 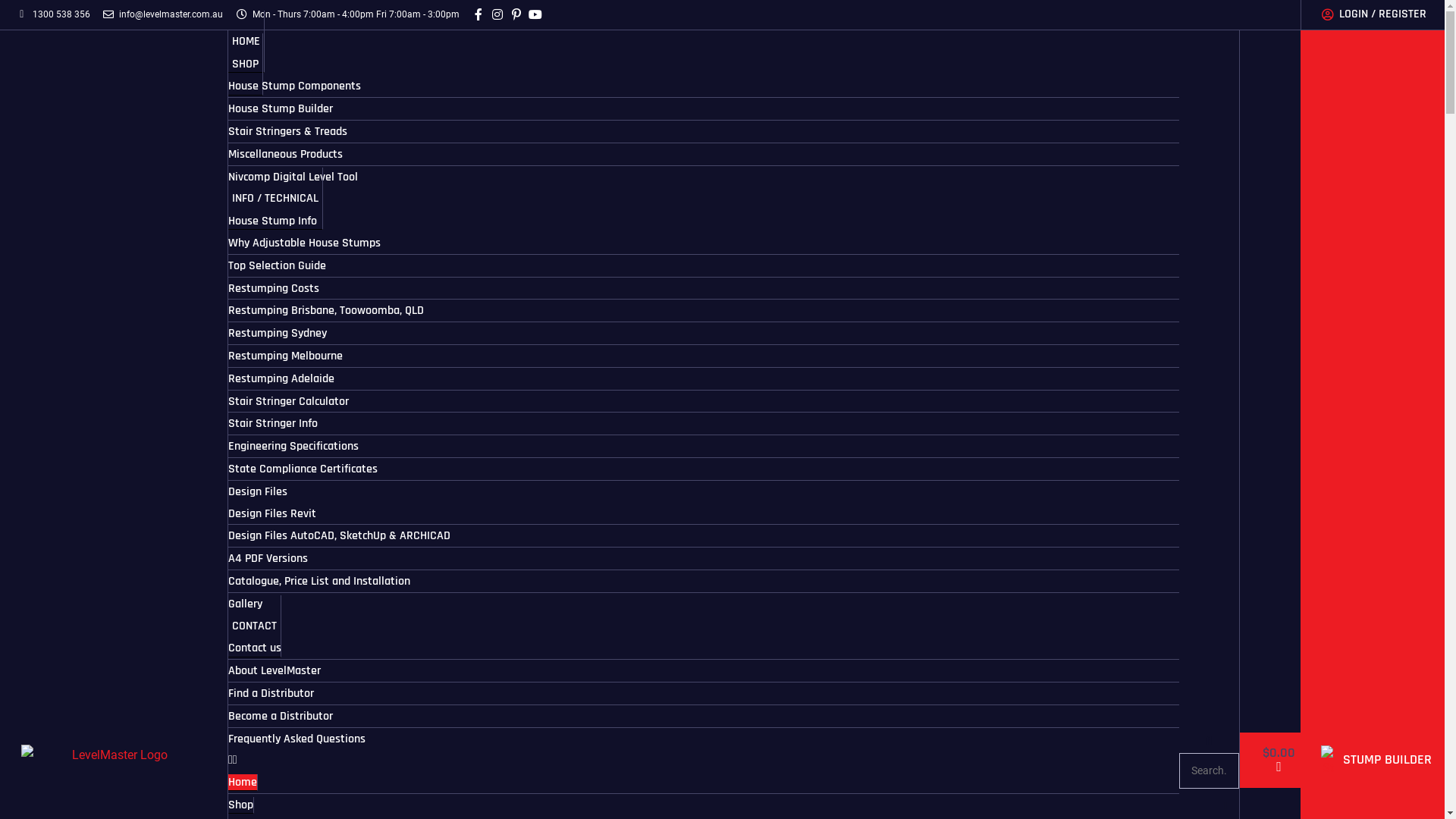 I want to click on 'info@levelmaster.com.au', so click(x=162, y=14).